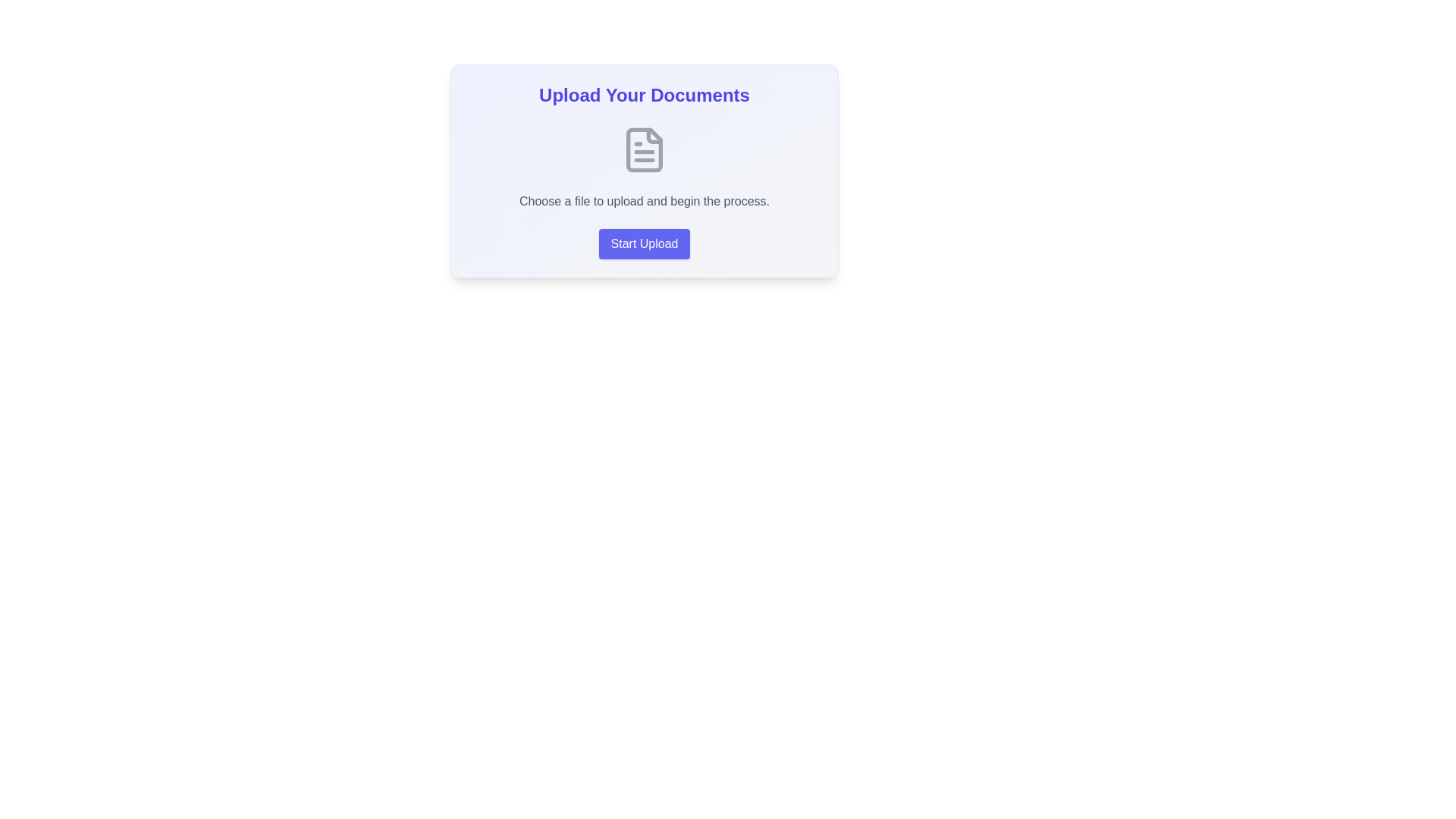  What do you see at coordinates (644, 243) in the screenshot?
I see `the button labeled 'Upload Your Documents'` at bounding box center [644, 243].